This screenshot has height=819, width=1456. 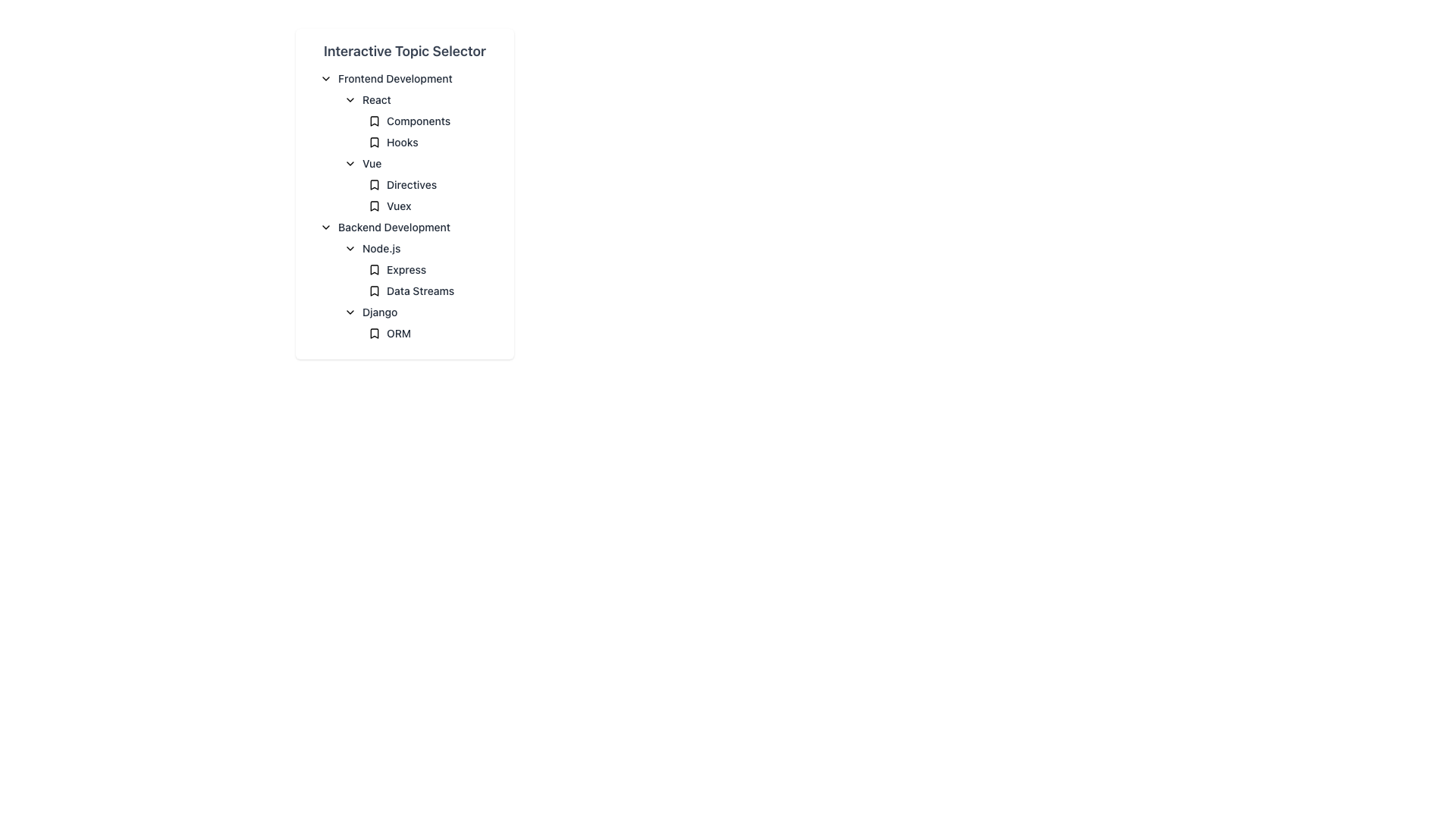 I want to click on the dropdown indicator icon located to the left of the 'Django' text in the 'Backend Development' section of the 'Interactive Topic Selector' panel, so click(x=349, y=312).